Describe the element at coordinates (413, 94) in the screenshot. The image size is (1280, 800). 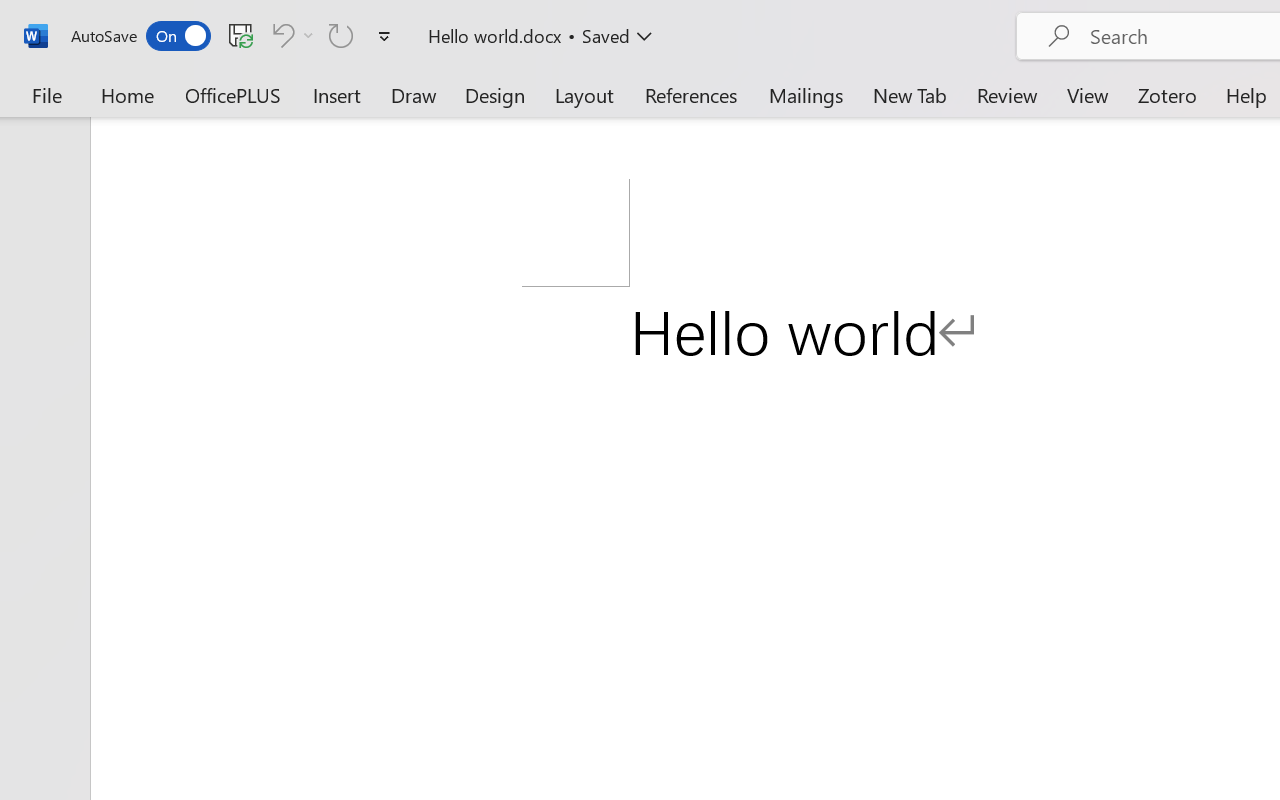
I see `'Draw'` at that location.